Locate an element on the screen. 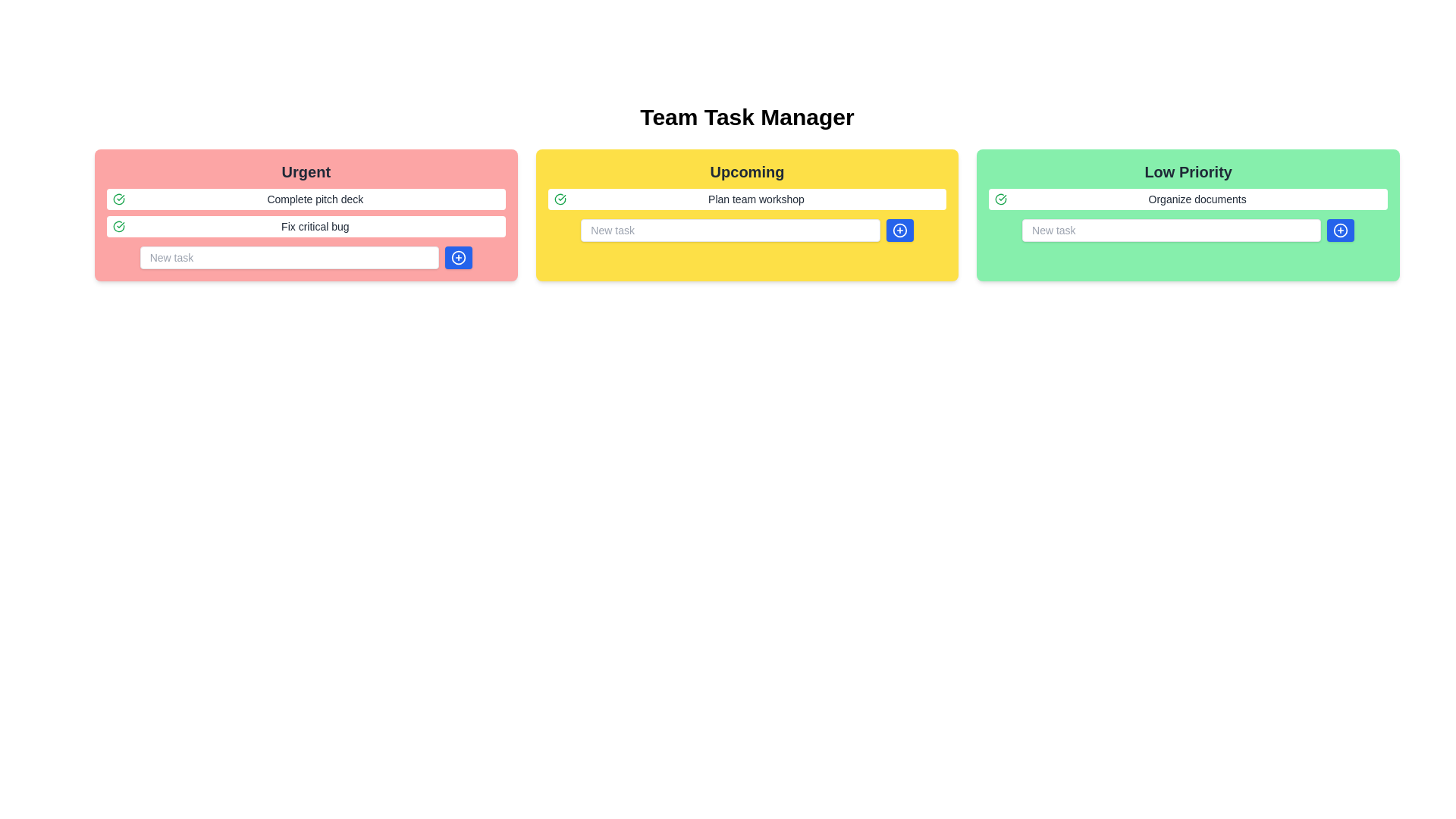 The height and width of the screenshot is (819, 1456). the completed status icon, which is a small circular shape with a green border and a checkmark icon inside, located within the 'Urgent' task card to the left of the task labeled 'Fix critical bug.' is located at coordinates (1001, 198).